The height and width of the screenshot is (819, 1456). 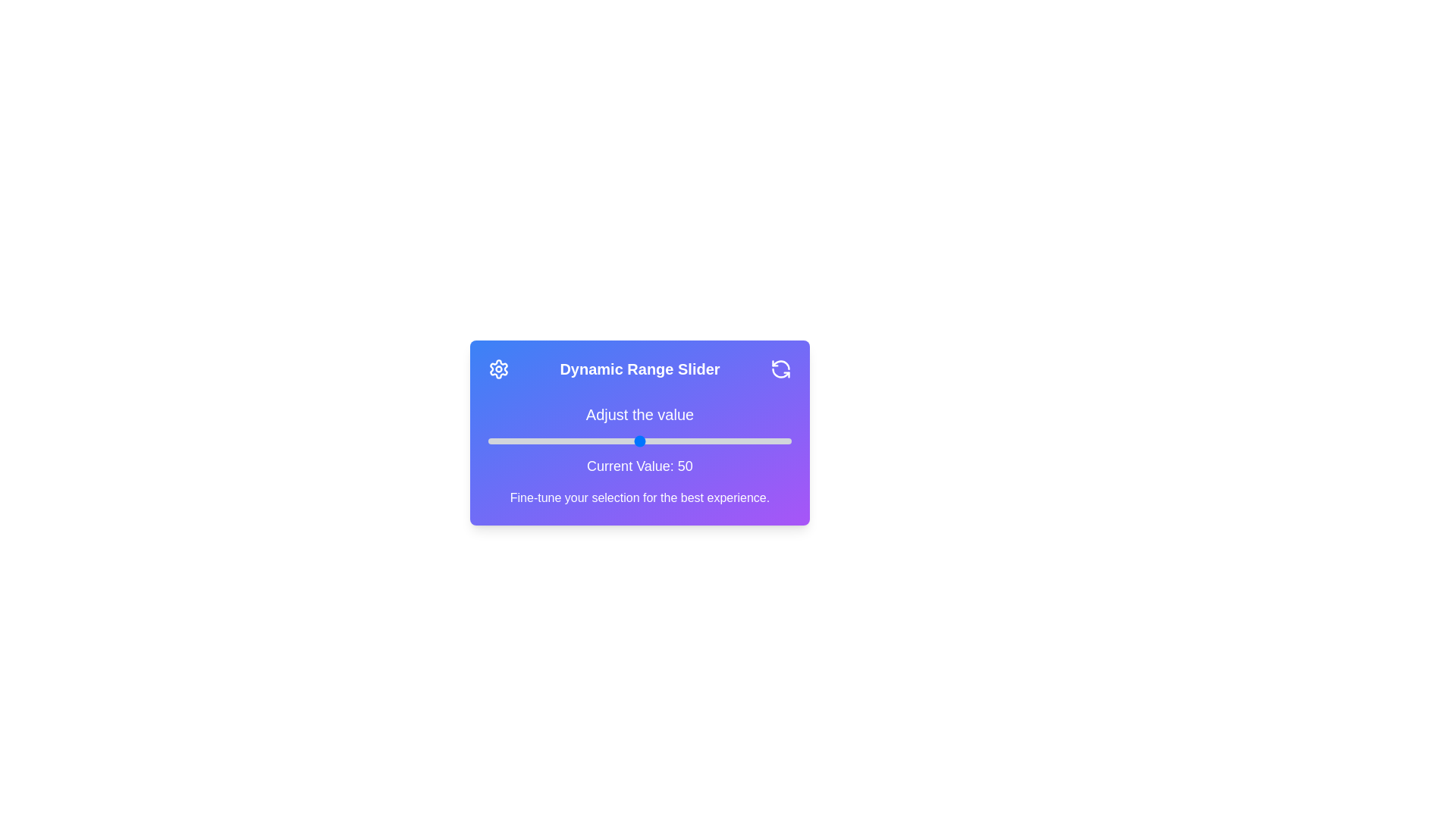 I want to click on the slider to set the value to 46, so click(x=628, y=441).